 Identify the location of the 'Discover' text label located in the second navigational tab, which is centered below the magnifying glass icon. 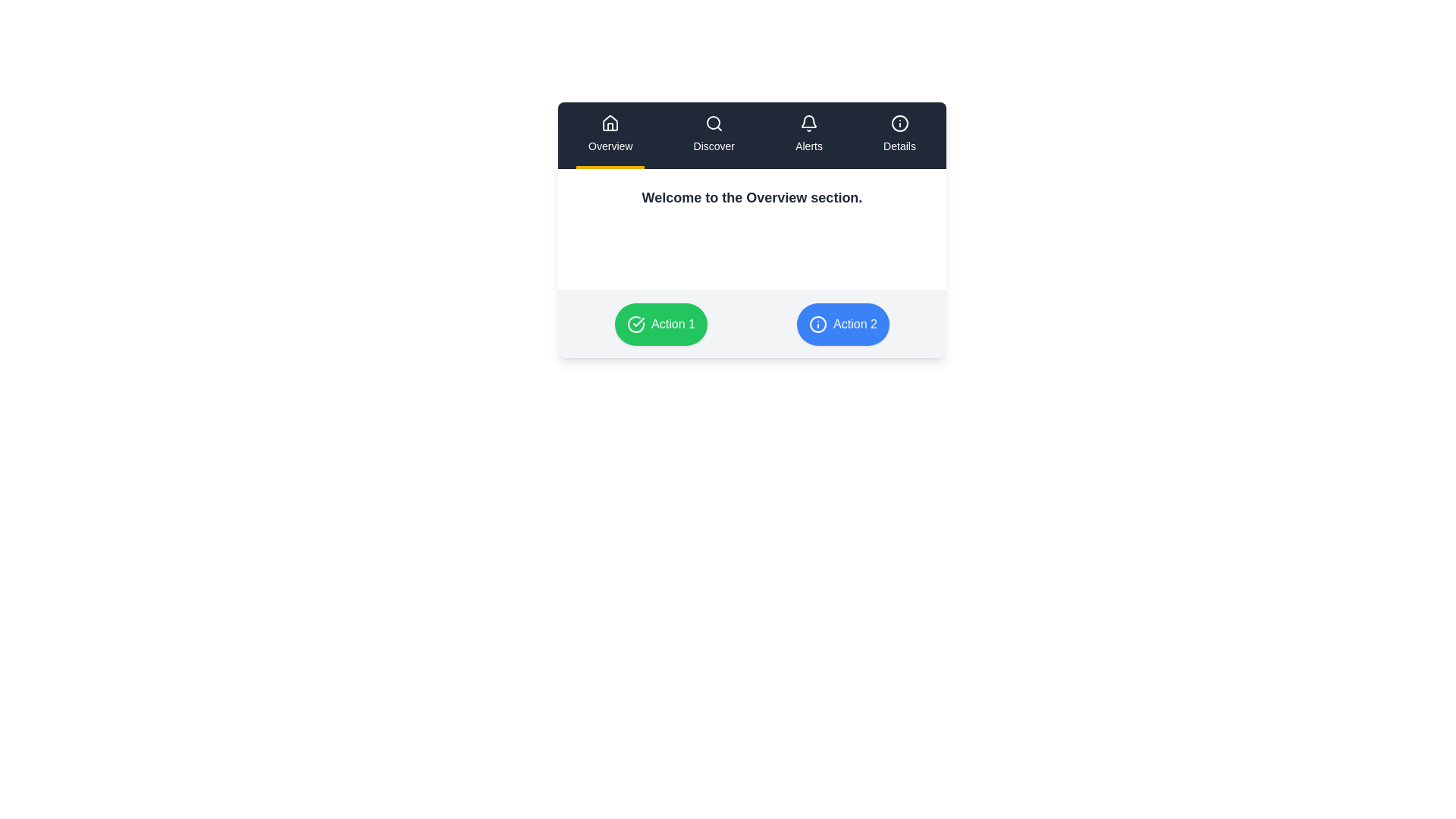
(713, 146).